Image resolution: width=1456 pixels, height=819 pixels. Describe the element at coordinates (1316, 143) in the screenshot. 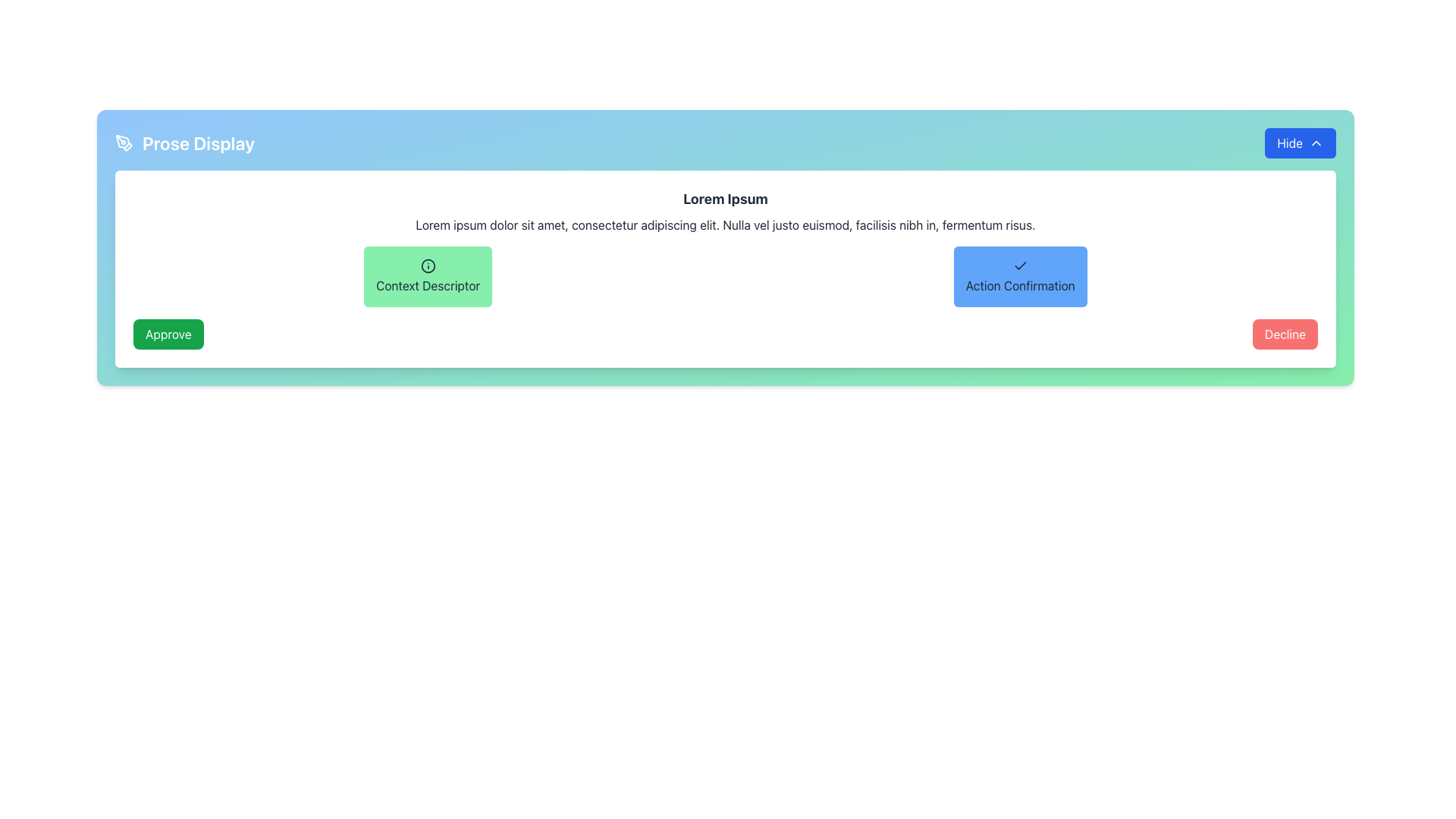

I see `the upward-pointing chevron icon on the 'Hide' button` at that location.